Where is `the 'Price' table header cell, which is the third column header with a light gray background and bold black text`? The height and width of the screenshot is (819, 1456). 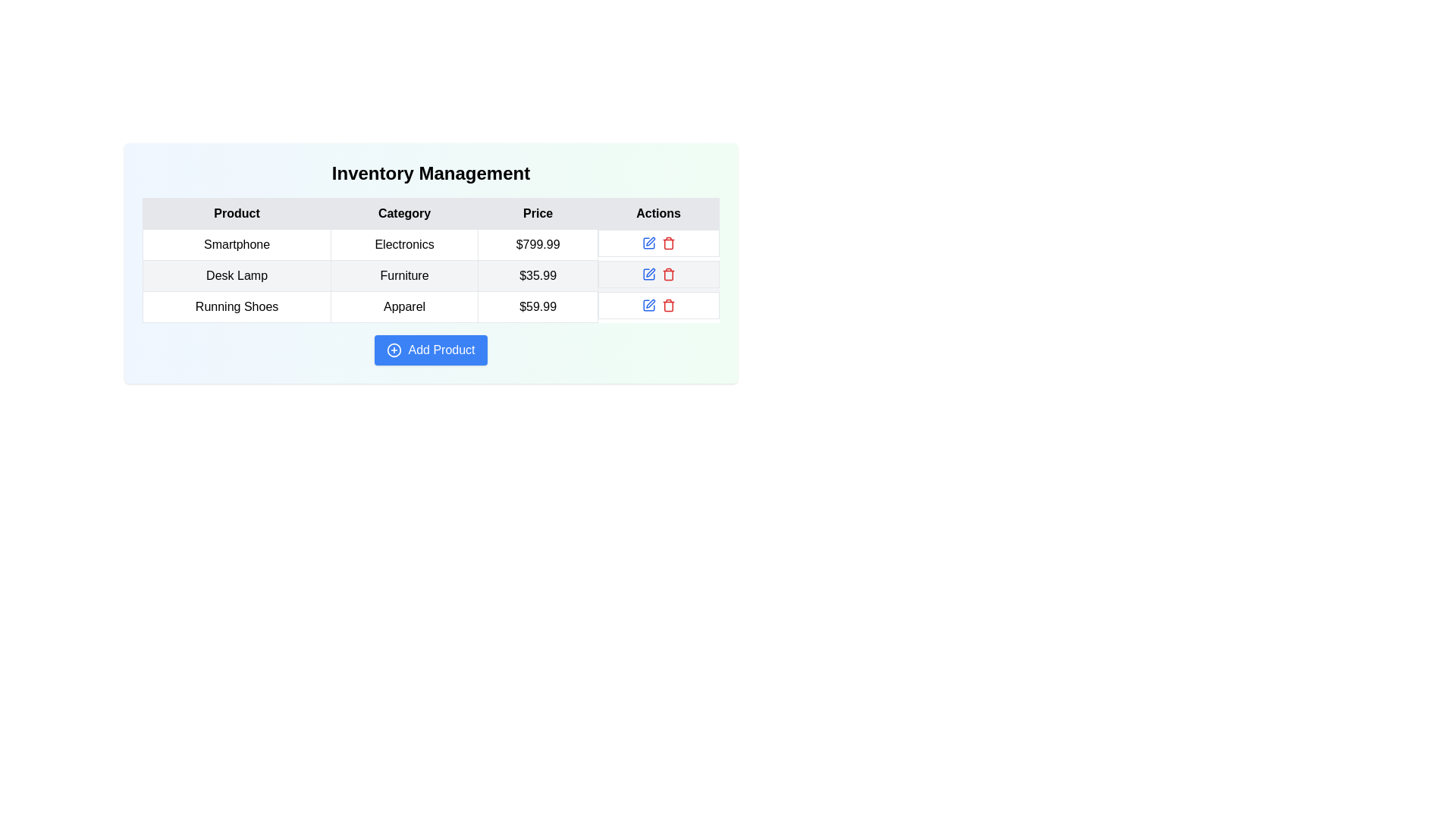
the 'Price' table header cell, which is the third column header with a light gray background and bold black text is located at coordinates (538, 213).